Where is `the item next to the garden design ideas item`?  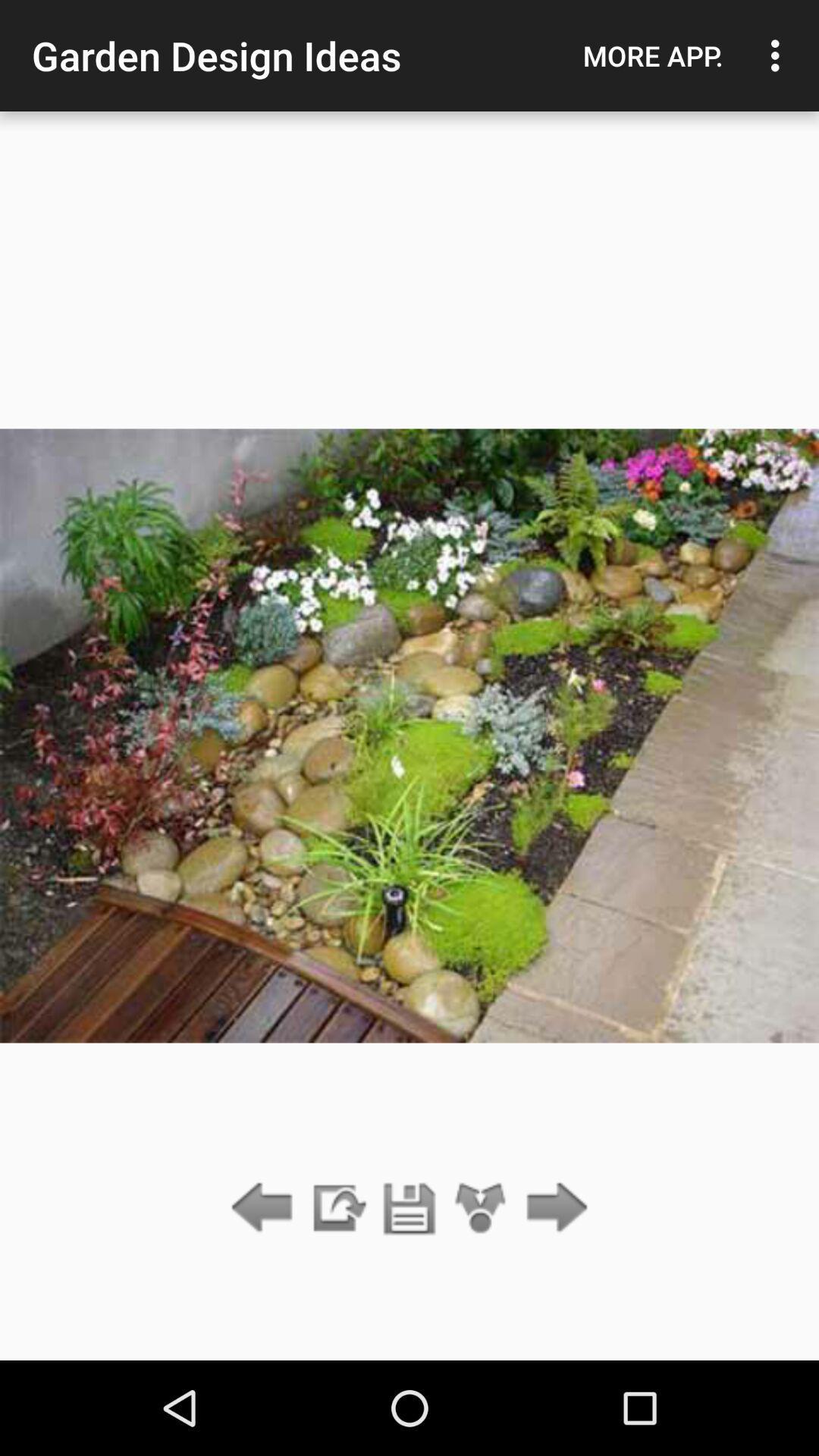 the item next to the garden design ideas item is located at coordinates (652, 55).